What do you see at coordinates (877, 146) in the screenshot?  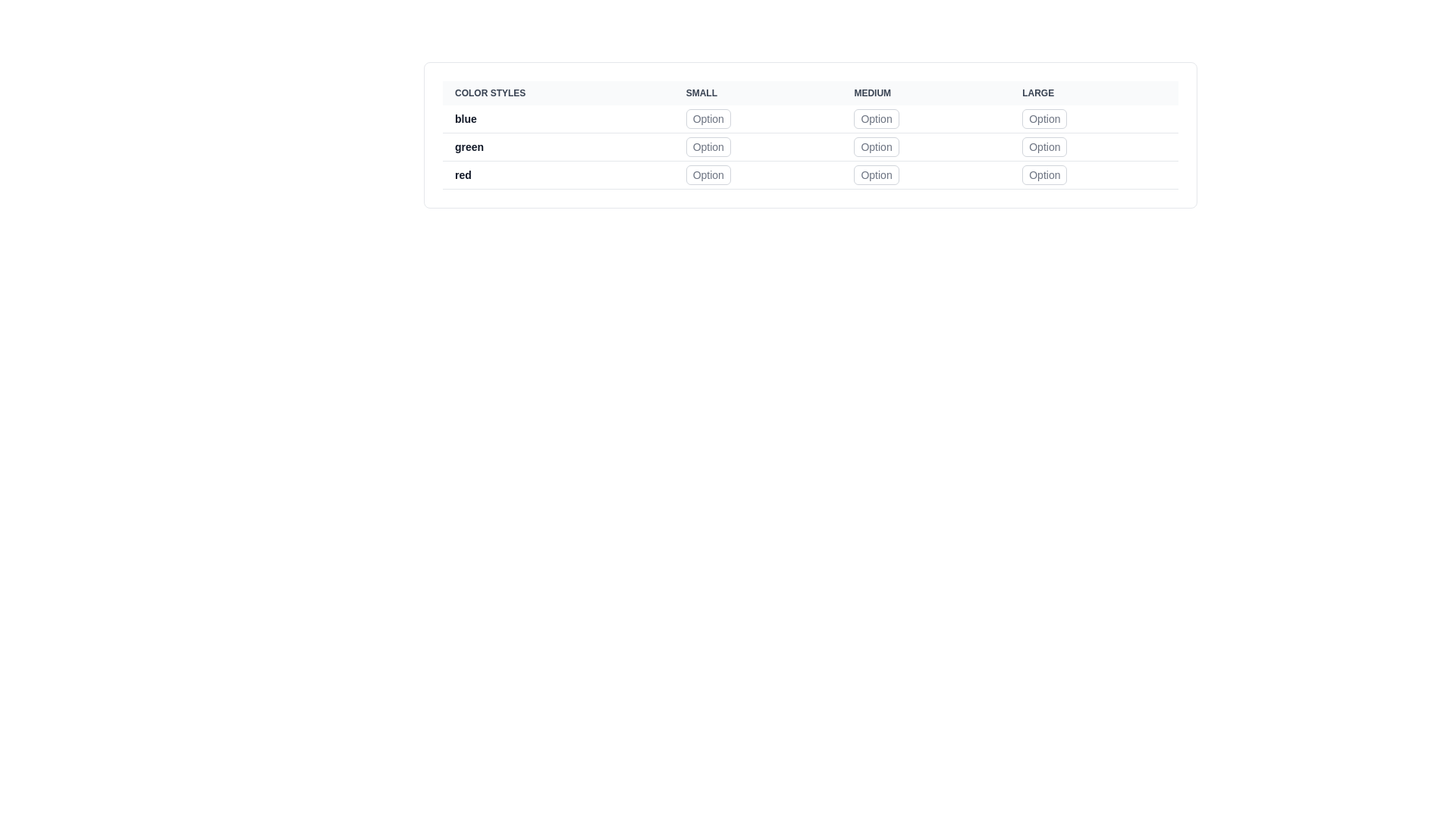 I see `the button labeled 'Option'` at bounding box center [877, 146].